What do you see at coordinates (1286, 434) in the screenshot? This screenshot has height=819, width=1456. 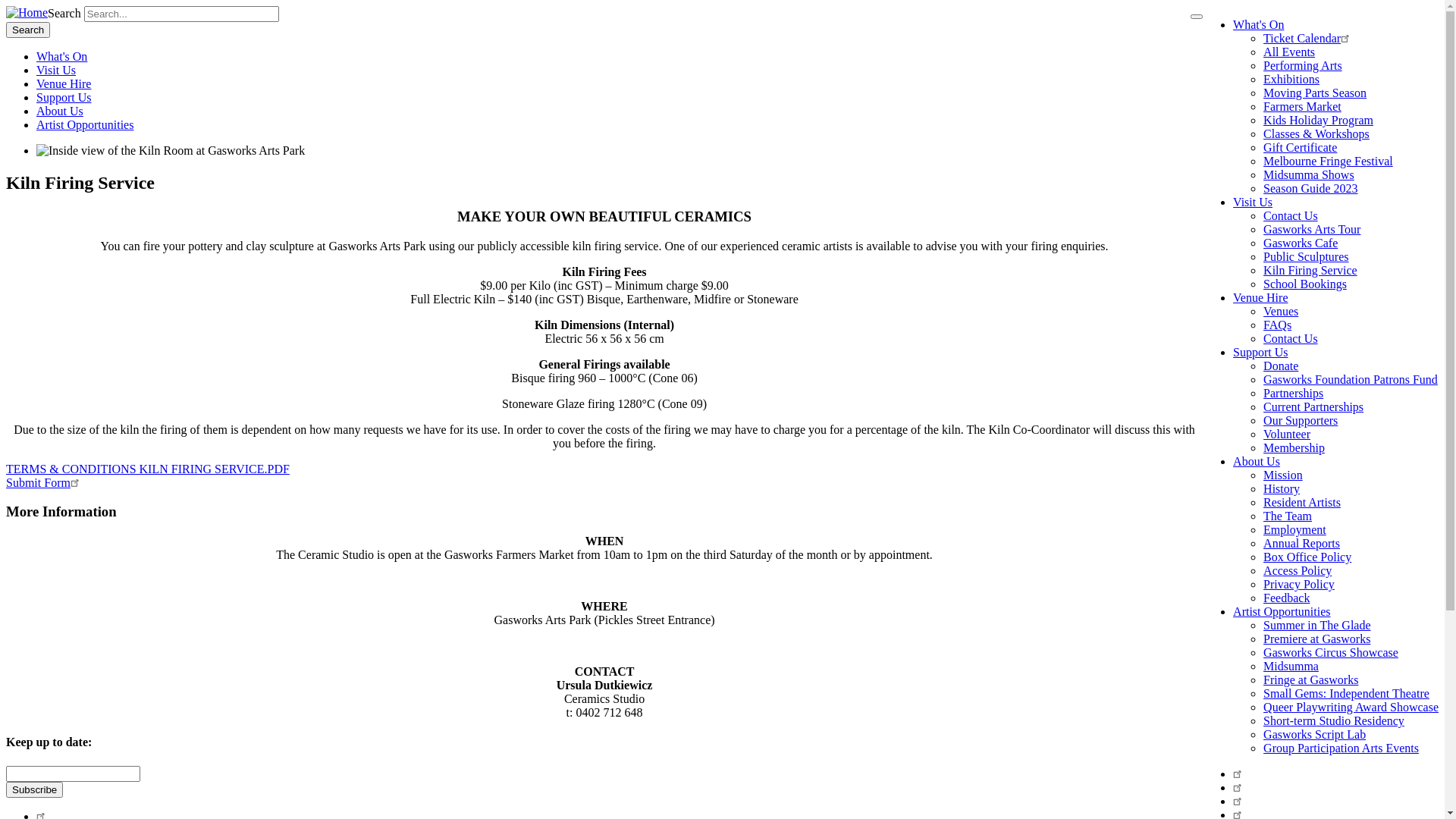 I see `'Volunteer'` at bounding box center [1286, 434].